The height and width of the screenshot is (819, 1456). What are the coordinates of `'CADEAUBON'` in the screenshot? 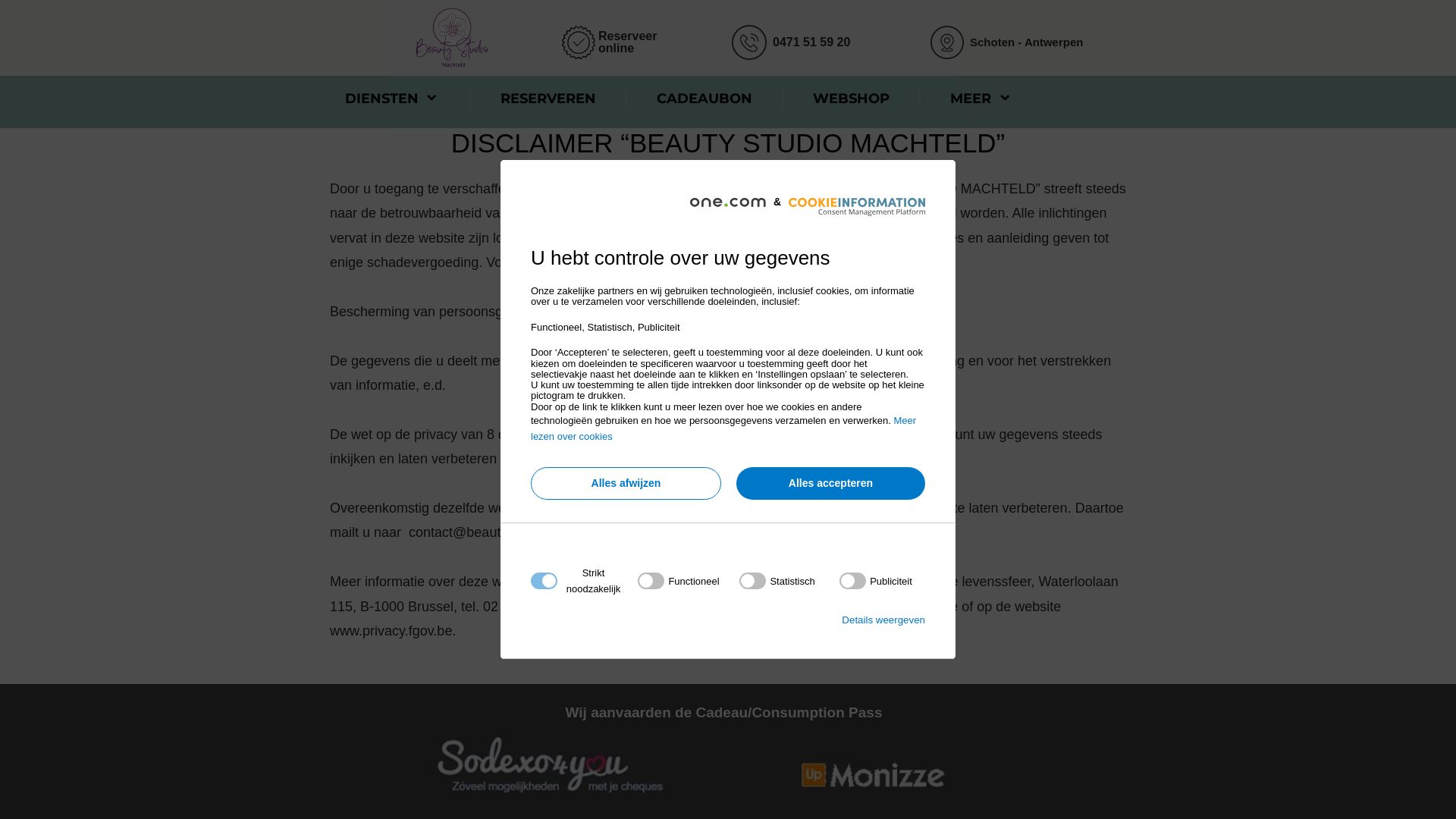 It's located at (641, 99).